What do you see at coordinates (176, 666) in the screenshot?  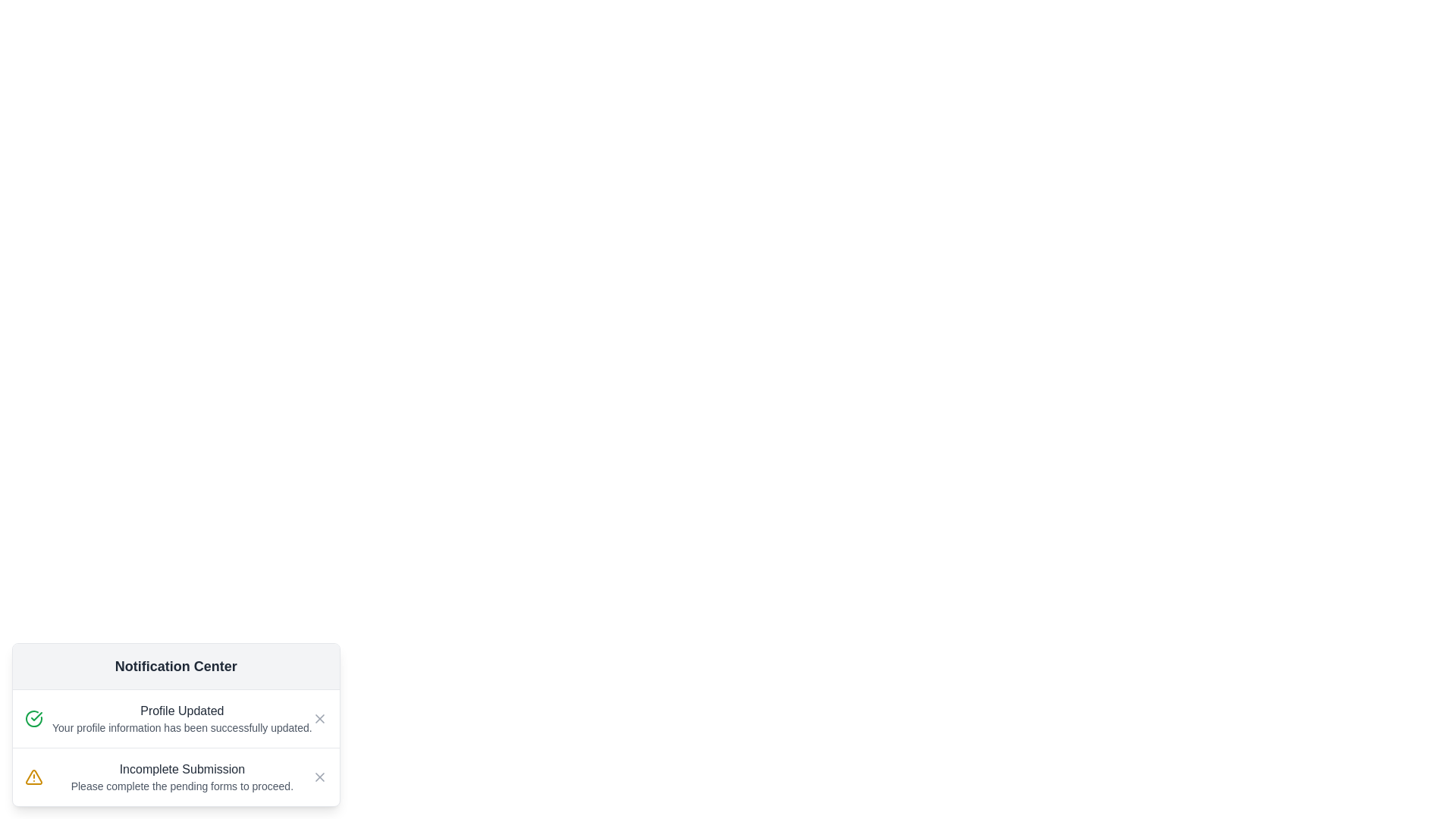 I see `the notification panel title label, which serves as a heading for the notifications displayed below` at bounding box center [176, 666].